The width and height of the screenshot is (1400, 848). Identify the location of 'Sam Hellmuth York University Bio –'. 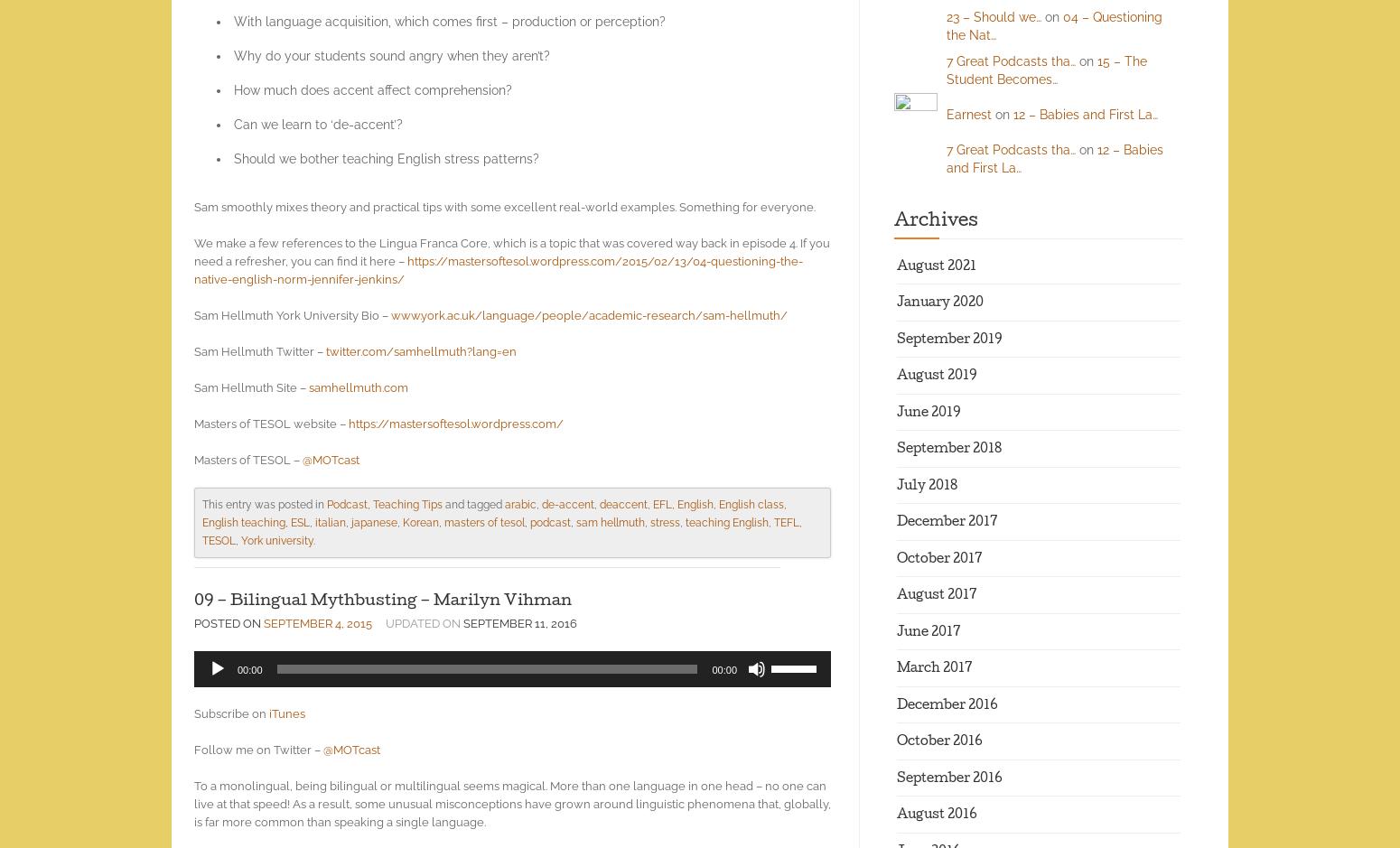
(291, 314).